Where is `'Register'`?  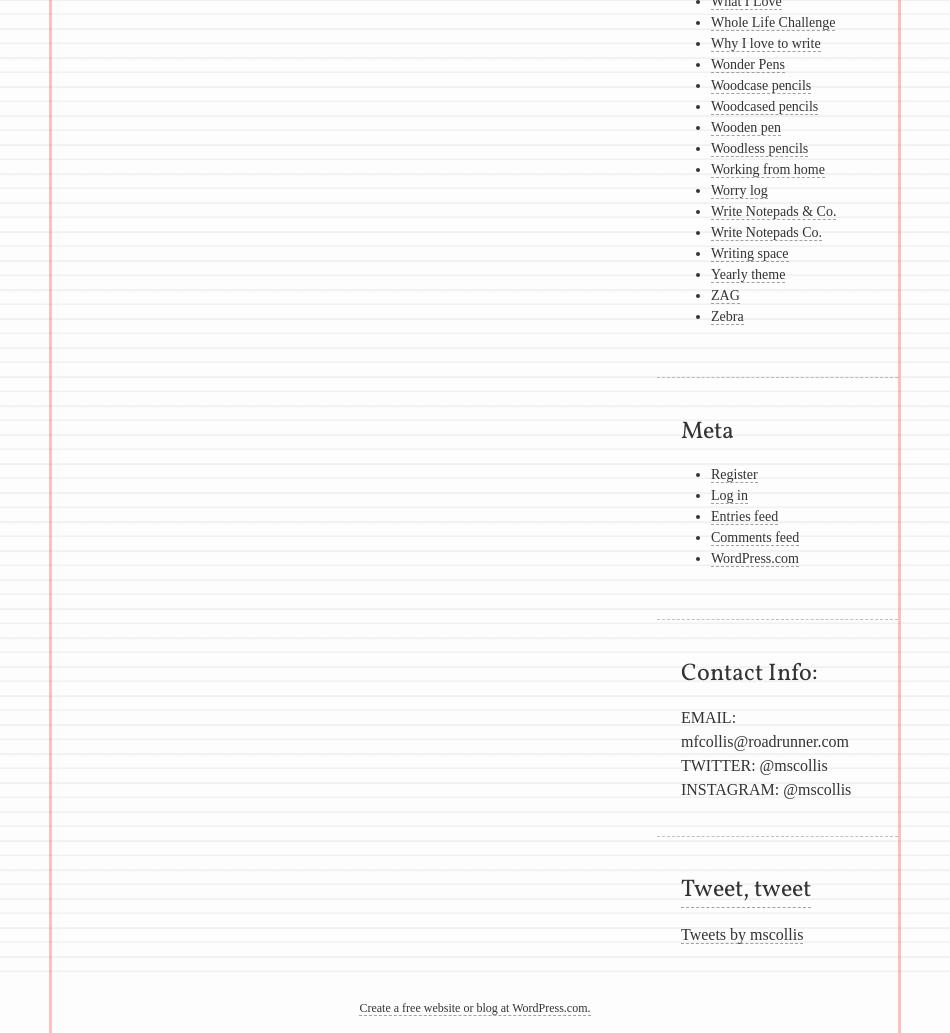
'Register' is located at coordinates (732, 474).